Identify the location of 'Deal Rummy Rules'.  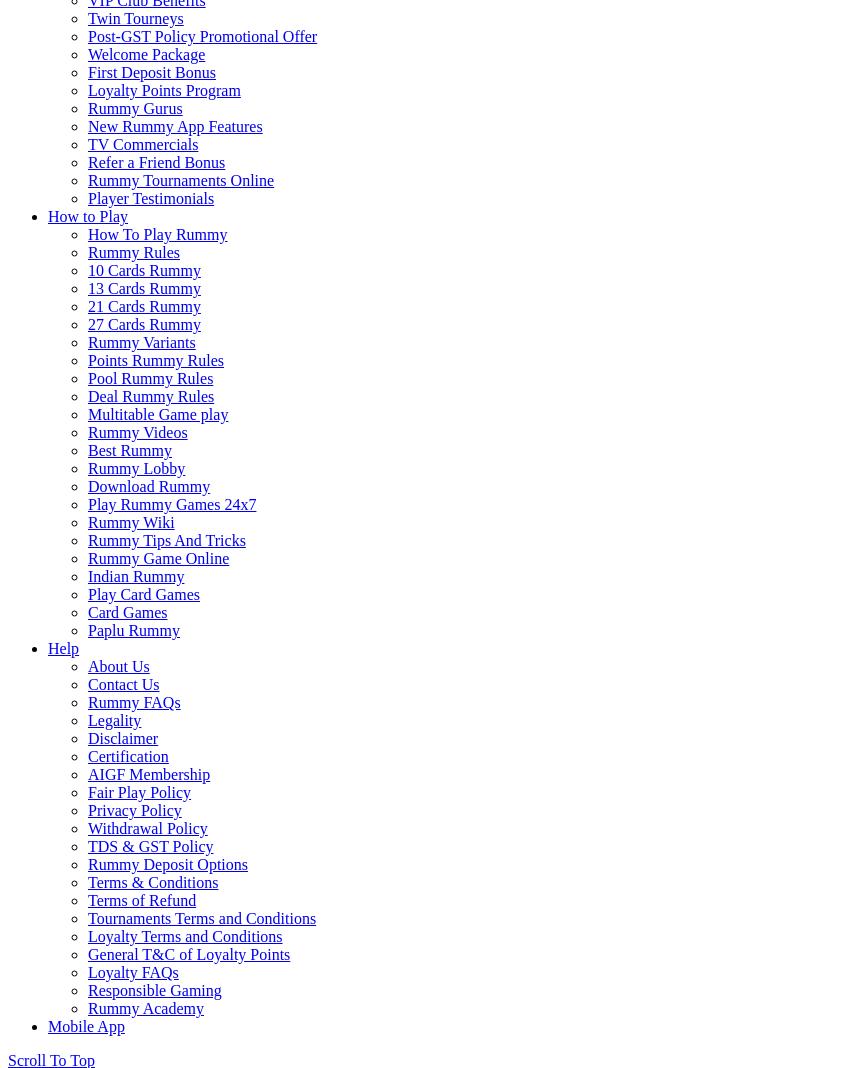
(150, 395).